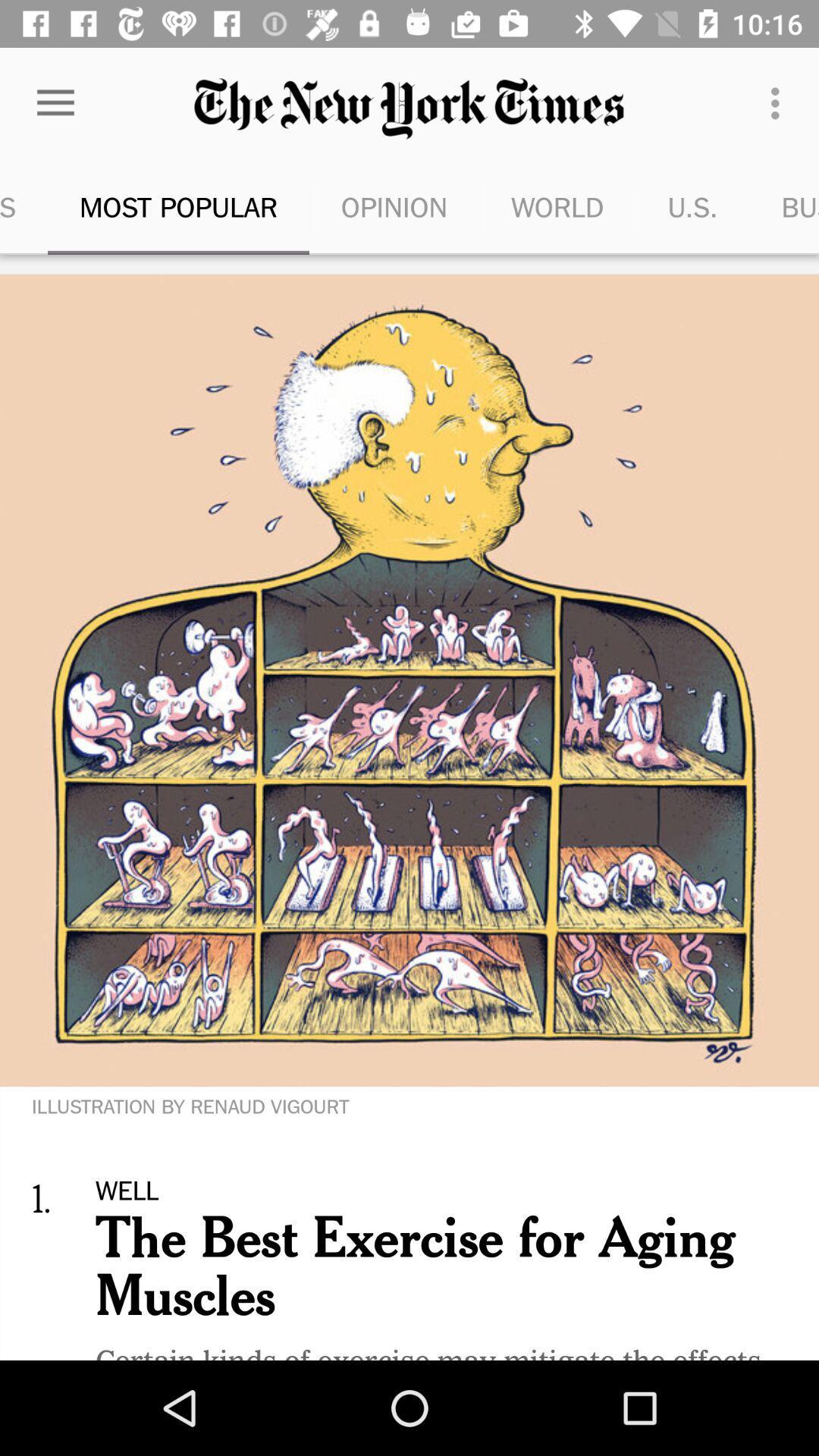 This screenshot has width=819, height=1456. I want to click on item above u.s., so click(779, 102).